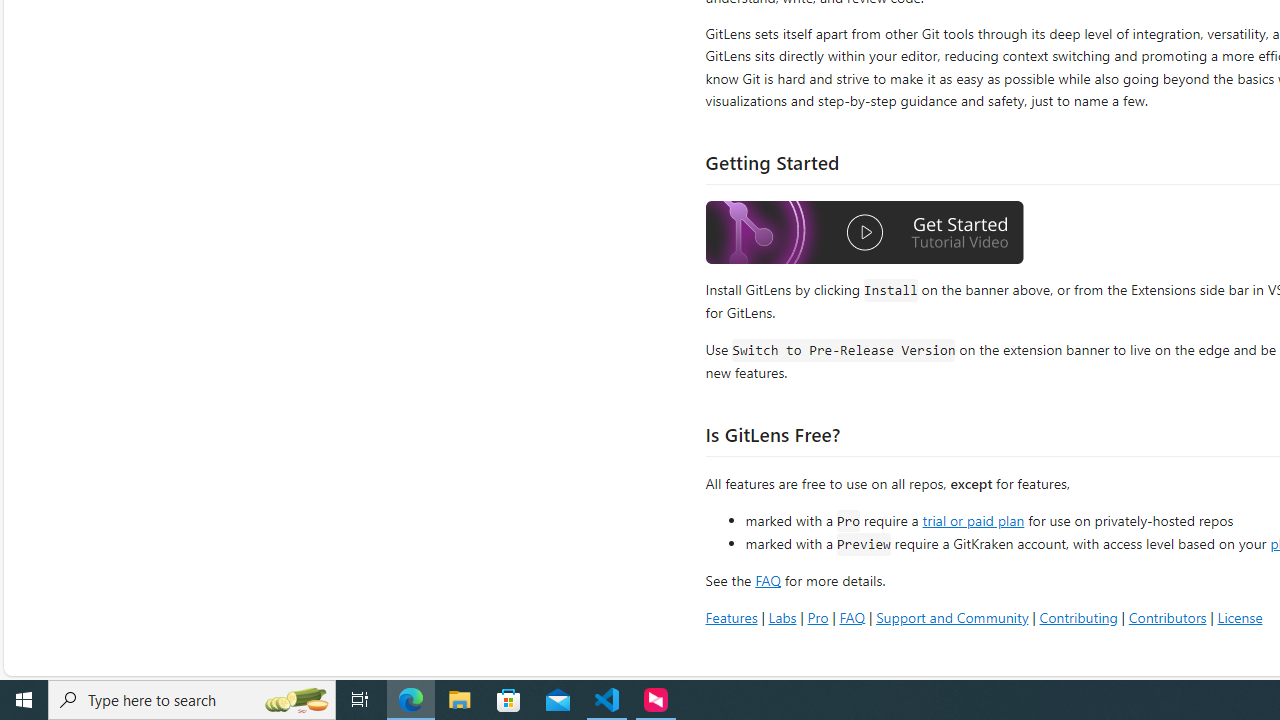  Describe the element at coordinates (865, 232) in the screenshot. I see `'Watch the GitLens Getting Started video'` at that location.